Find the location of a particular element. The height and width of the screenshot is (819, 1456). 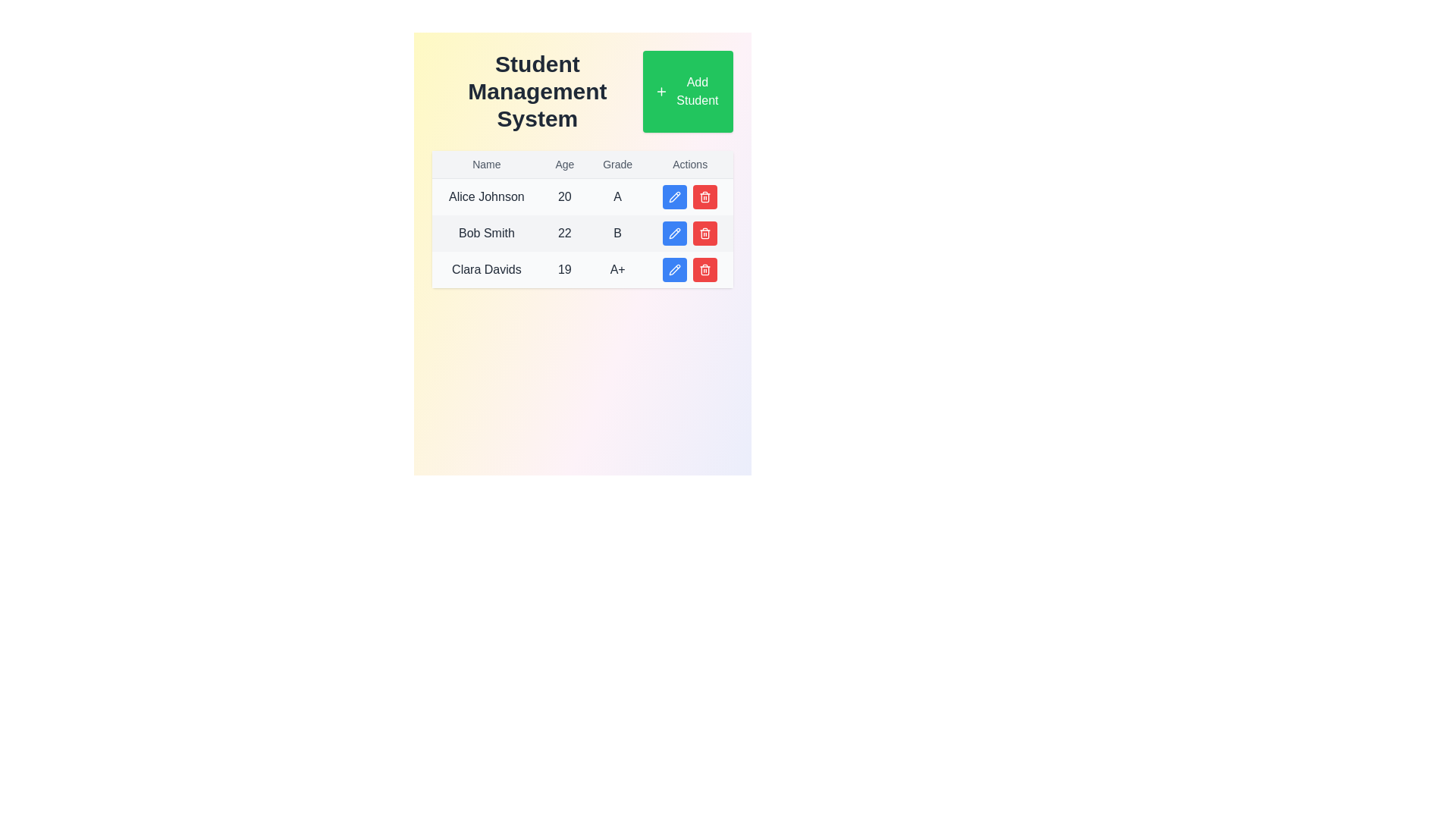

the bold gray 'B' text label in the 'Grade' column for 'Bob Smith' in the table is located at coordinates (617, 234).